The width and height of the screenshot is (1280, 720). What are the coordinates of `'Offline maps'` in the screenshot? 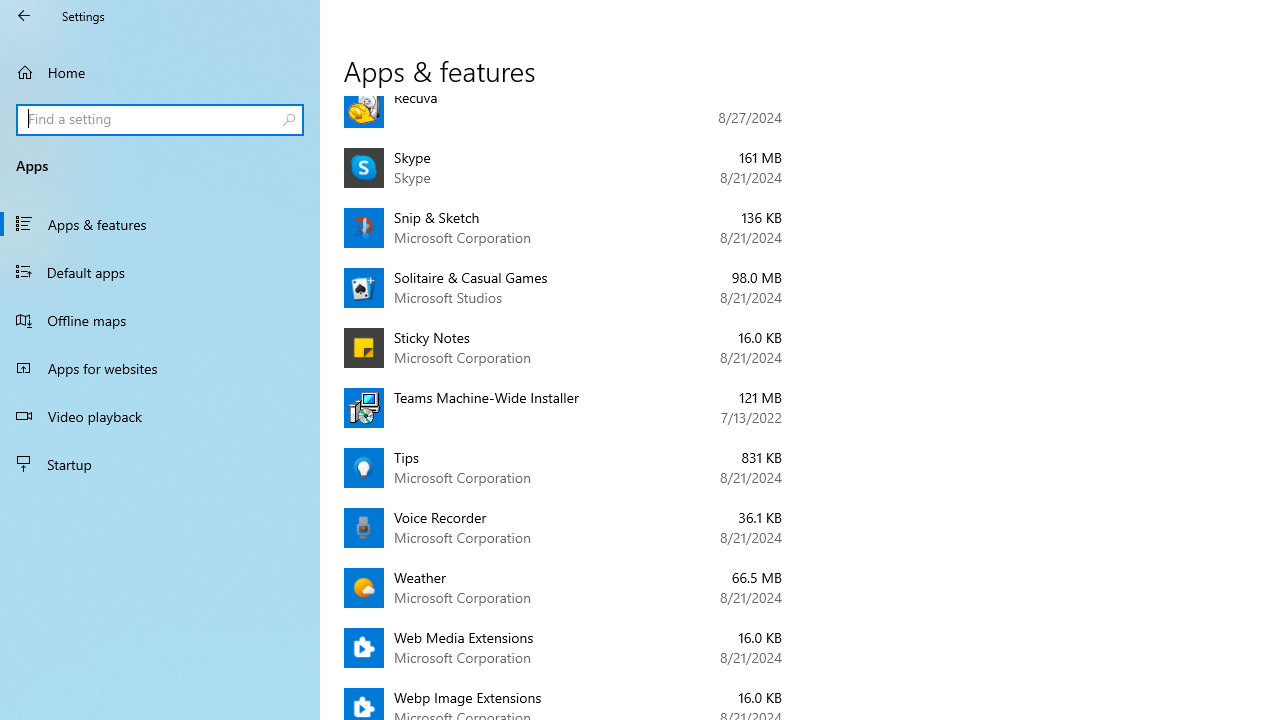 It's located at (160, 319).